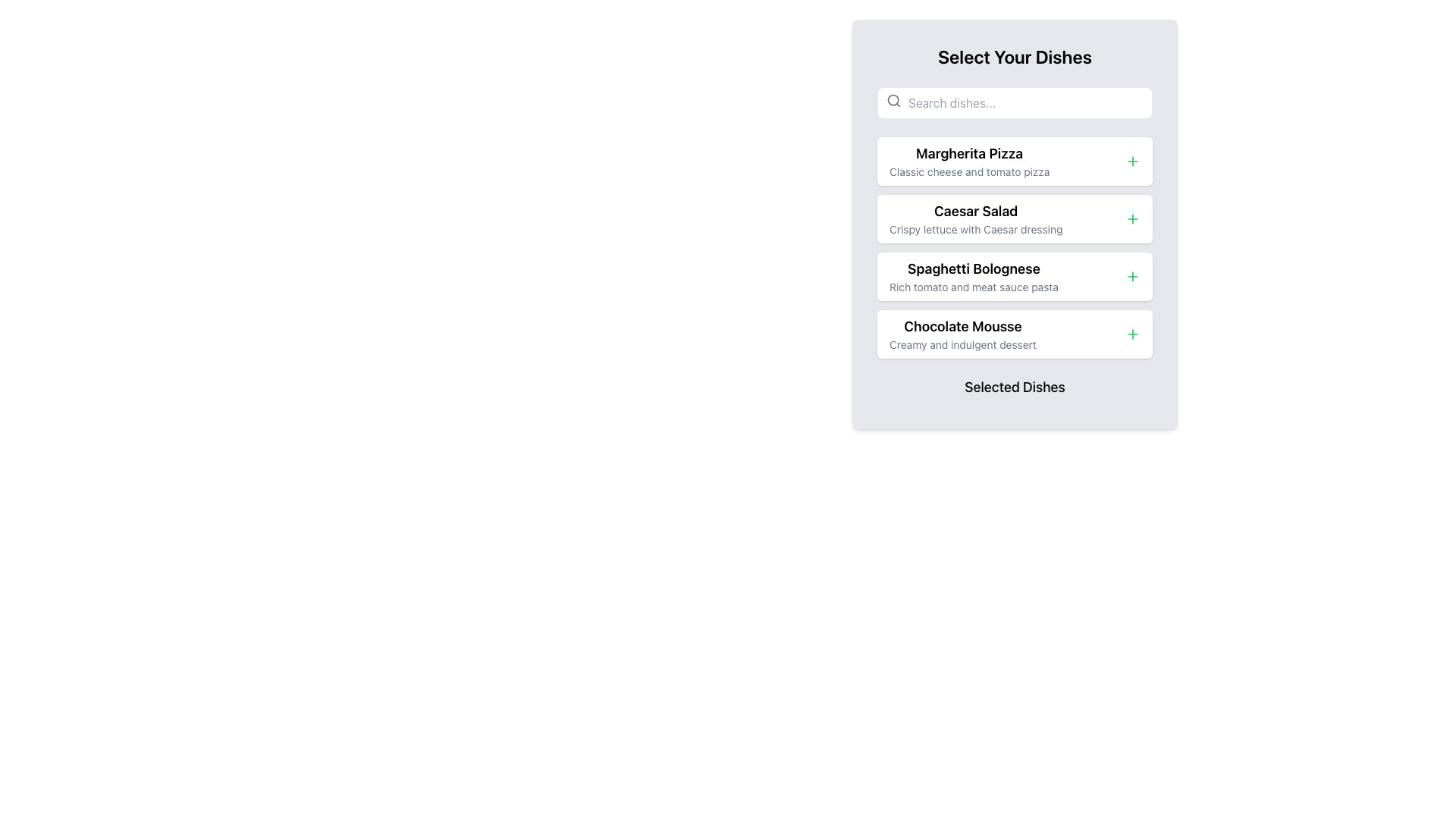 This screenshot has width=1456, height=819. I want to click on the selectable menu item 'Caesar Salad' with a plus icon, so click(1015, 219).